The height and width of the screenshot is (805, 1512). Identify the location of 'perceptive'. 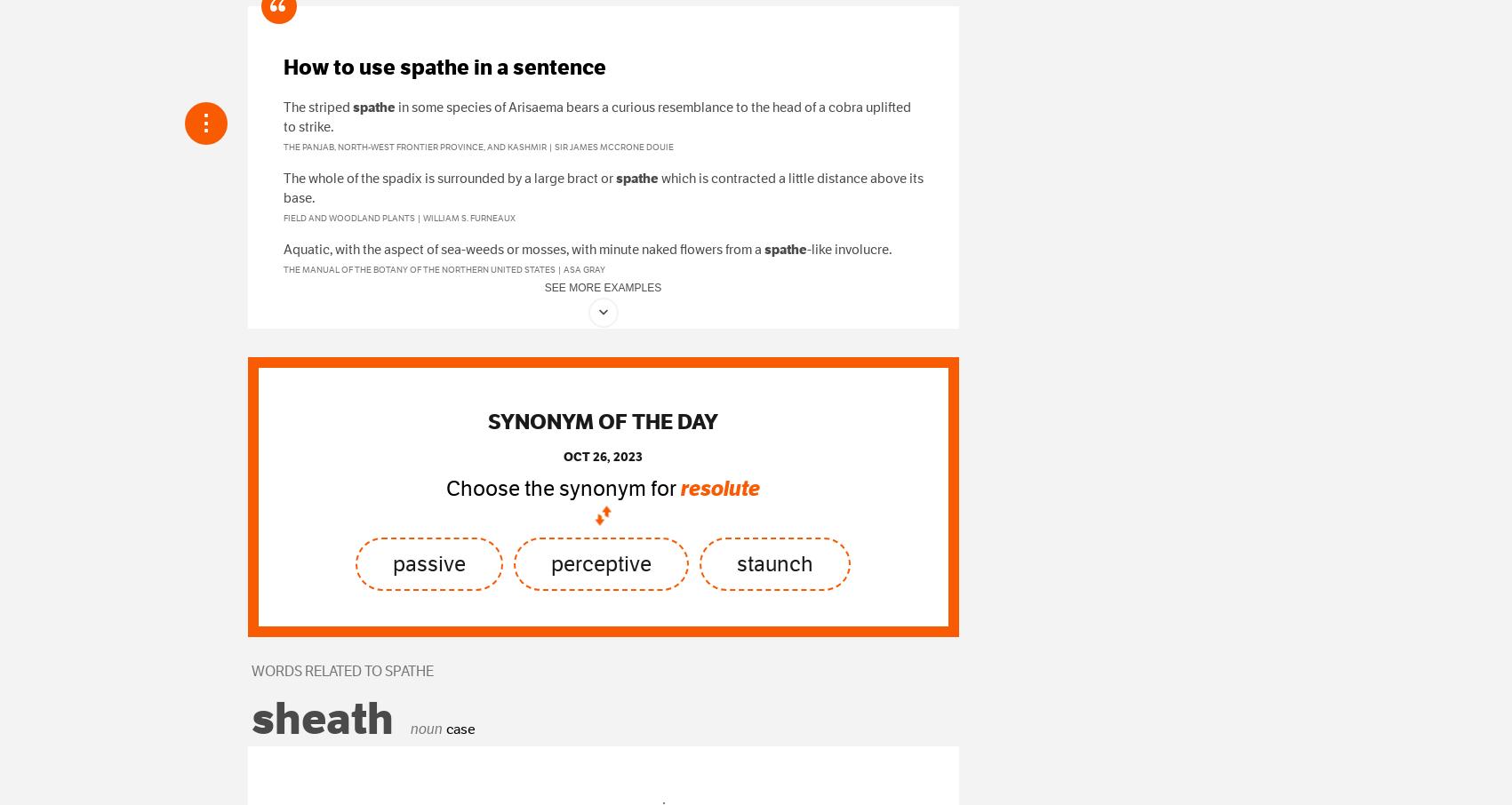
(600, 563).